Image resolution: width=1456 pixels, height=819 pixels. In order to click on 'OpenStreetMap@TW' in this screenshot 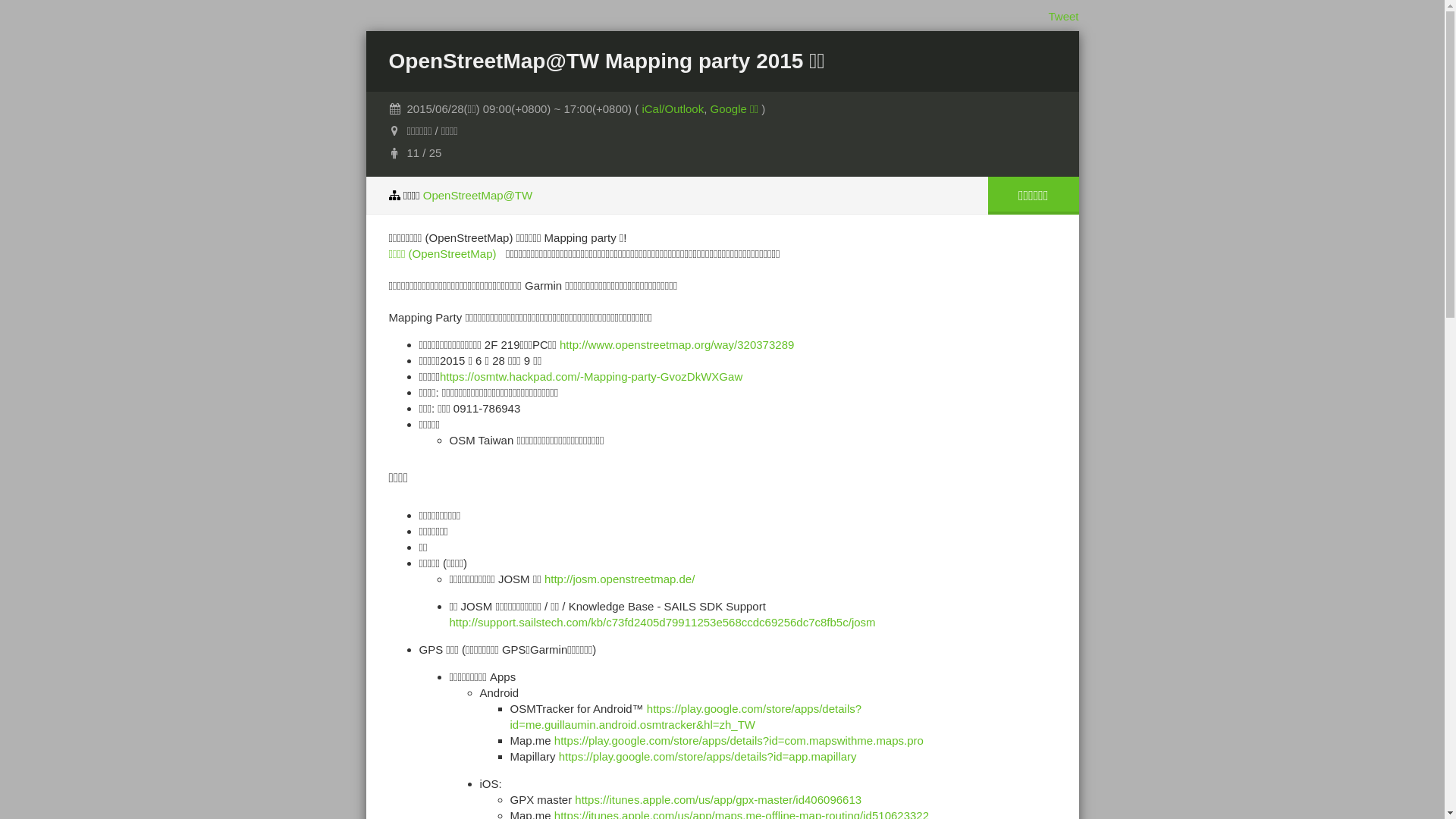, I will do `click(476, 194)`.